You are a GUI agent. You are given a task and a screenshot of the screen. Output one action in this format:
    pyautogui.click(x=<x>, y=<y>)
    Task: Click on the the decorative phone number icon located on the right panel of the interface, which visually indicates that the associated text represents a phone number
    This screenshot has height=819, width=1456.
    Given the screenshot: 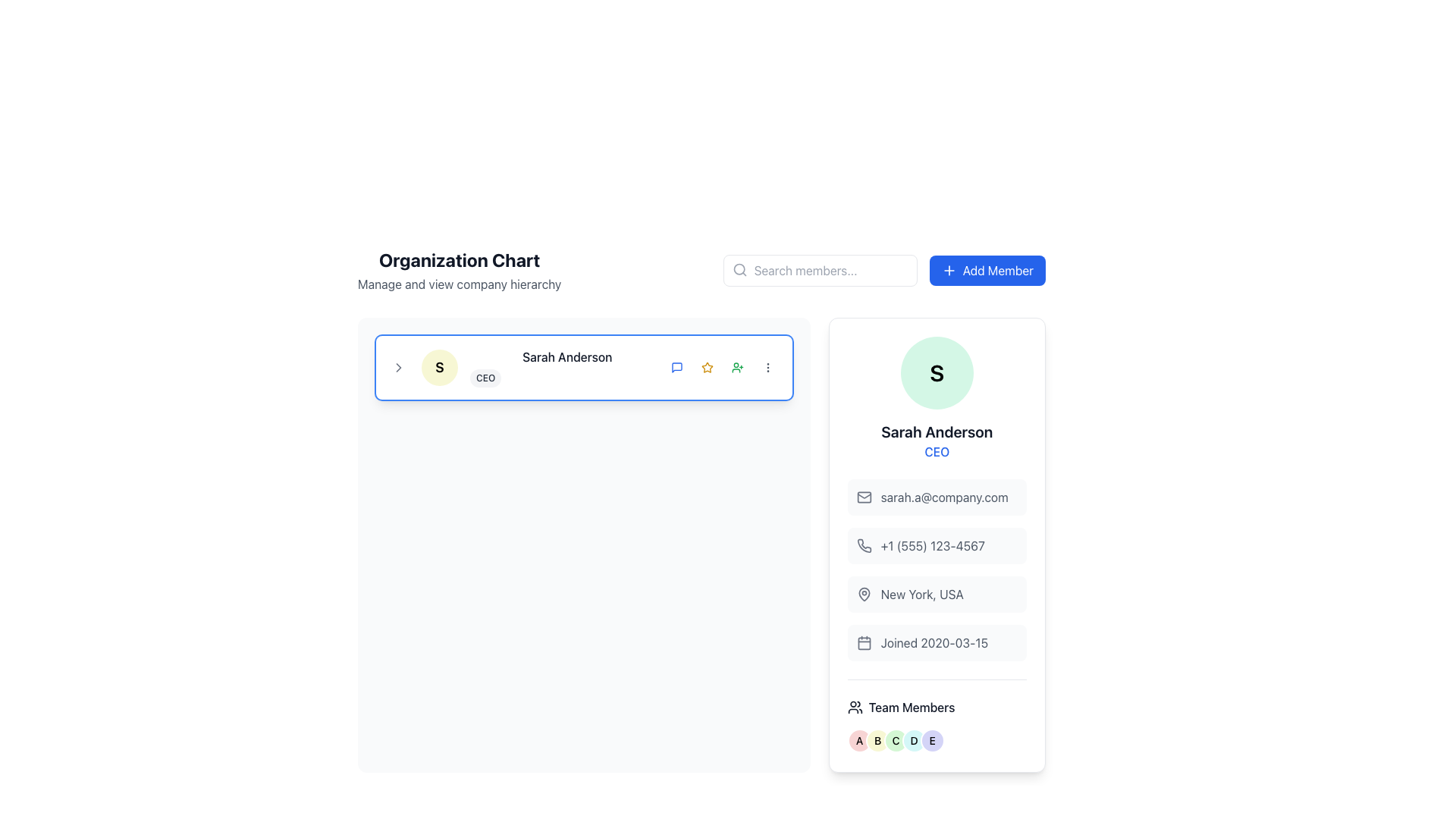 What is the action you would take?
    pyautogui.click(x=864, y=544)
    